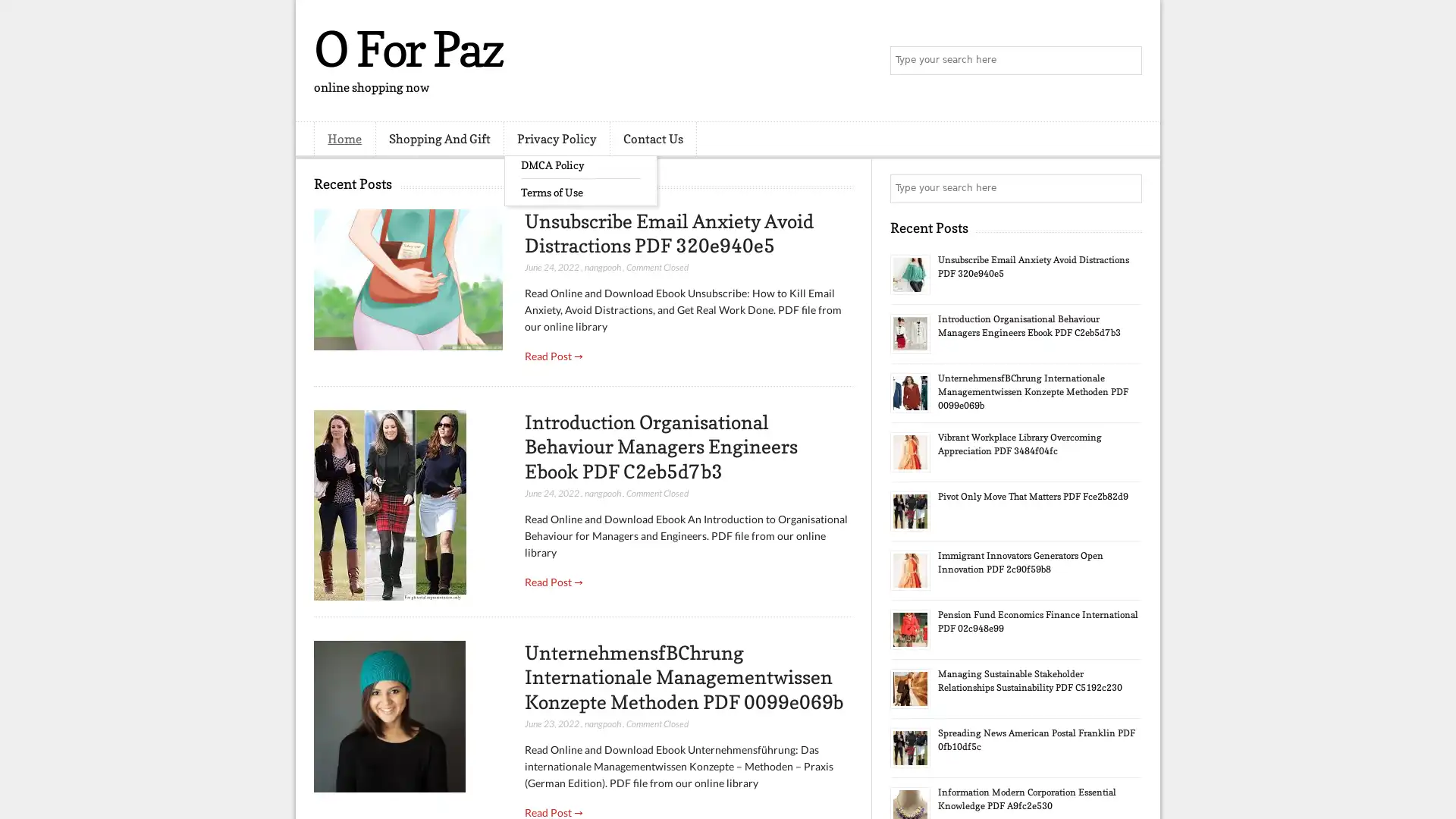 This screenshot has height=819, width=1456. I want to click on Search, so click(1126, 61).